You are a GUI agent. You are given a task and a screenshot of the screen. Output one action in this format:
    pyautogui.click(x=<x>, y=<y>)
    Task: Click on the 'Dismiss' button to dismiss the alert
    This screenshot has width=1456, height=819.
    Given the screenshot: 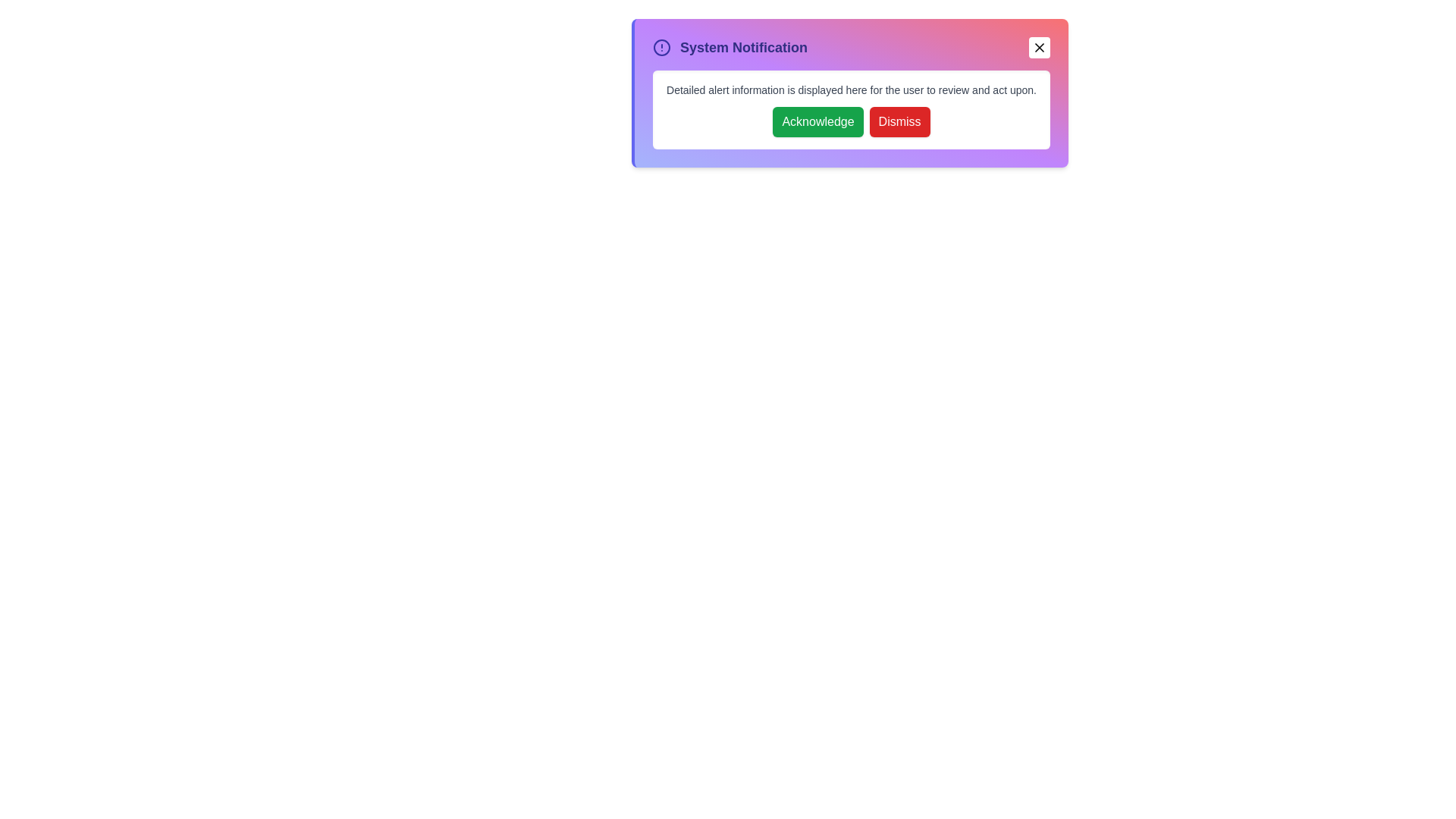 What is the action you would take?
    pyautogui.click(x=899, y=121)
    